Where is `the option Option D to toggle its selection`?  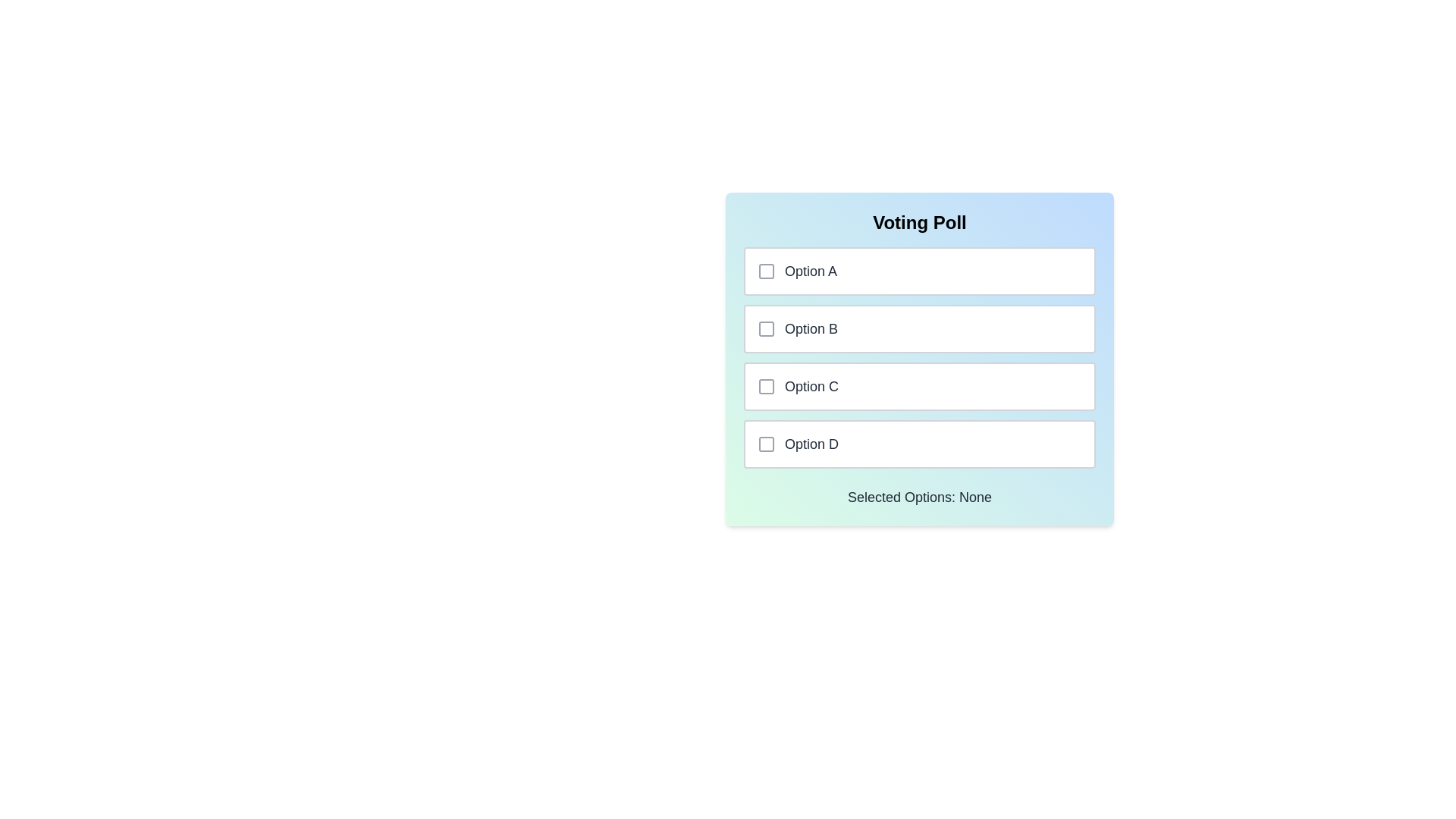
the option Option D to toggle its selection is located at coordinates (919, 444).